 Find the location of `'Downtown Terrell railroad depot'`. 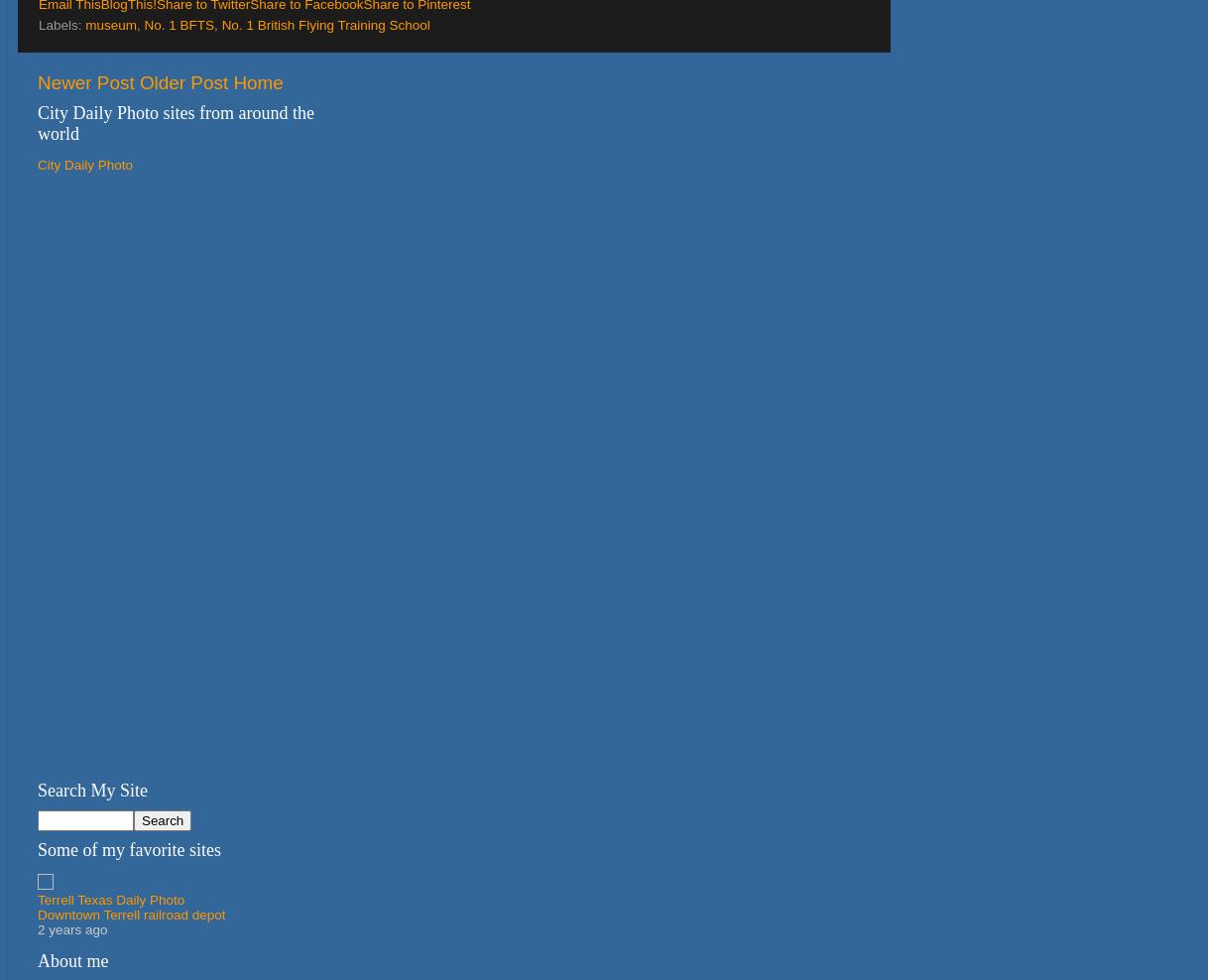

'Downtown Terrell railroad depot' is located at coordinates (38, 914).